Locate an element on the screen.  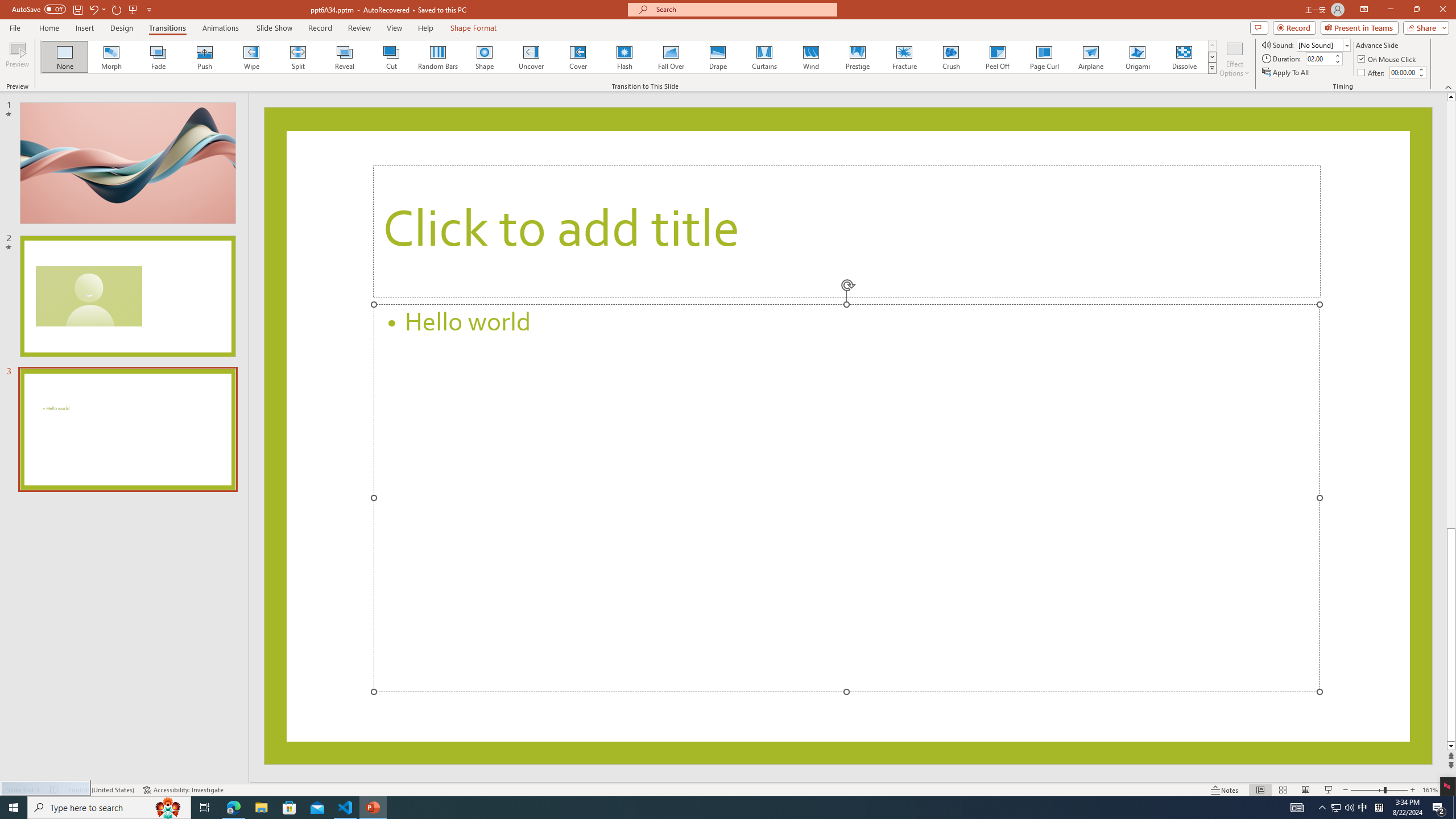
'Origami' is located at coordinates (1136, 56).